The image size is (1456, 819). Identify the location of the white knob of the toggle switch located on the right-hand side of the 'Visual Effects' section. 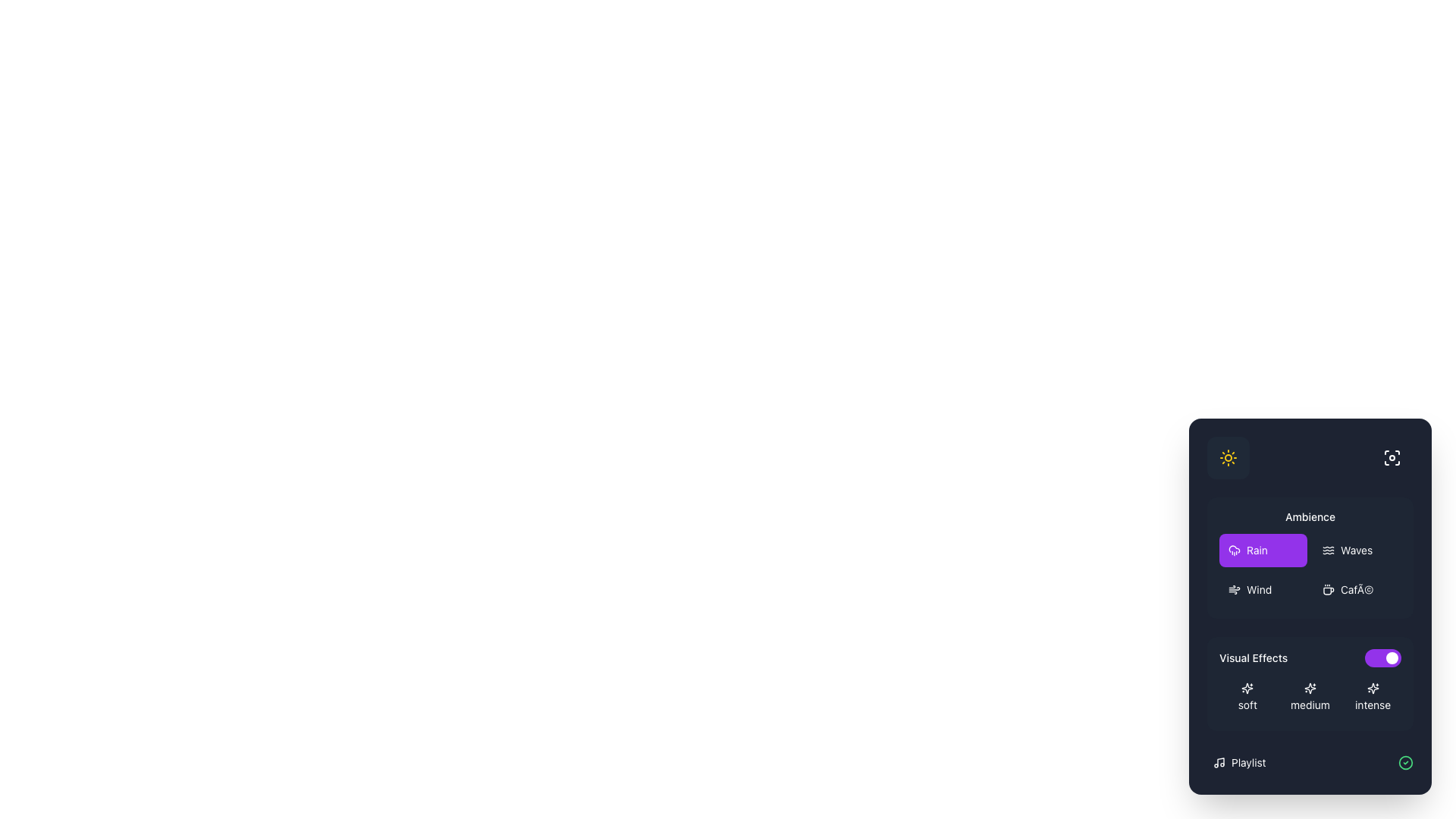
(1383, 657).